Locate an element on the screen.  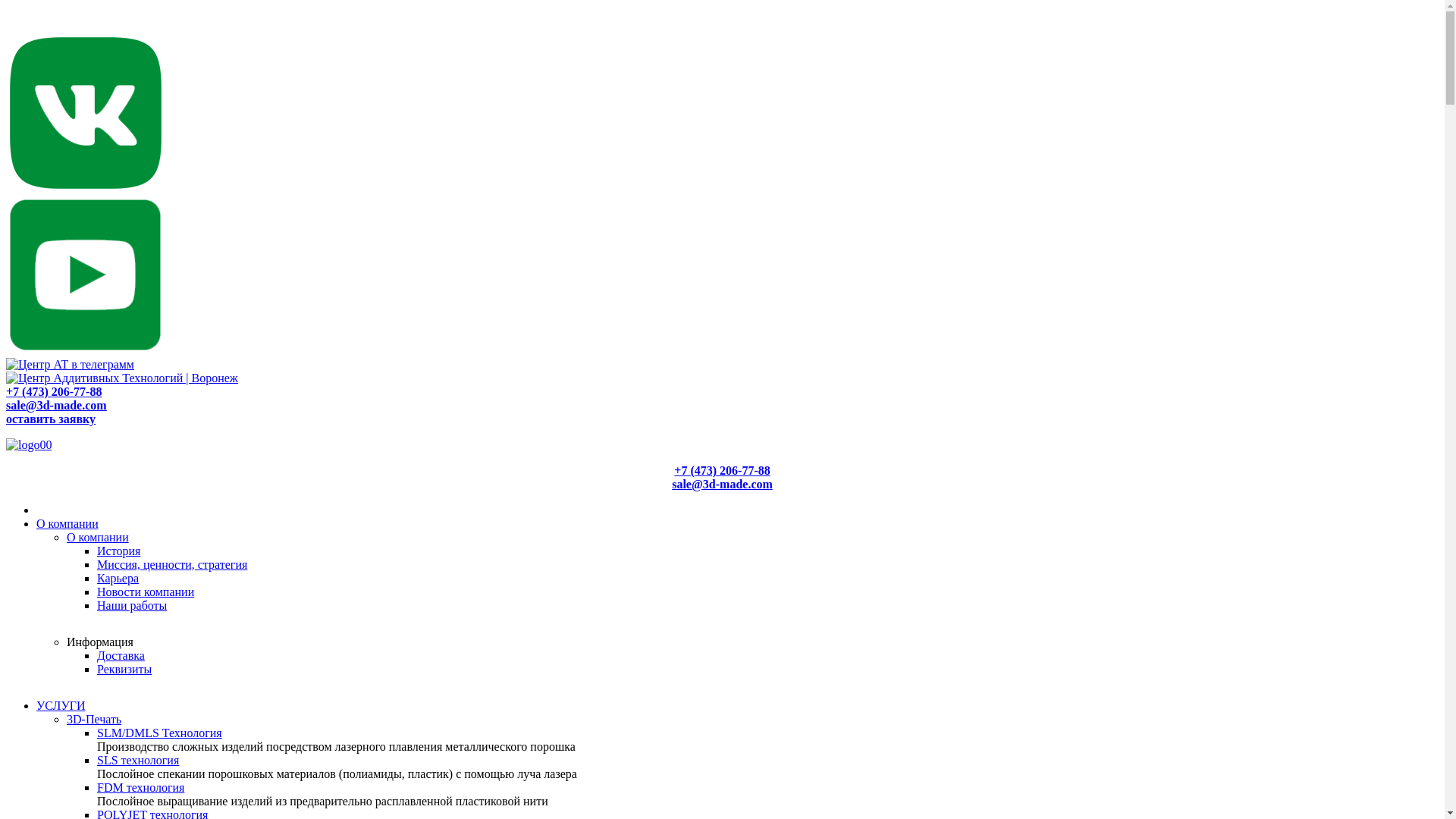
'sale@3d-made.com' is located at coordinates (6, 404).